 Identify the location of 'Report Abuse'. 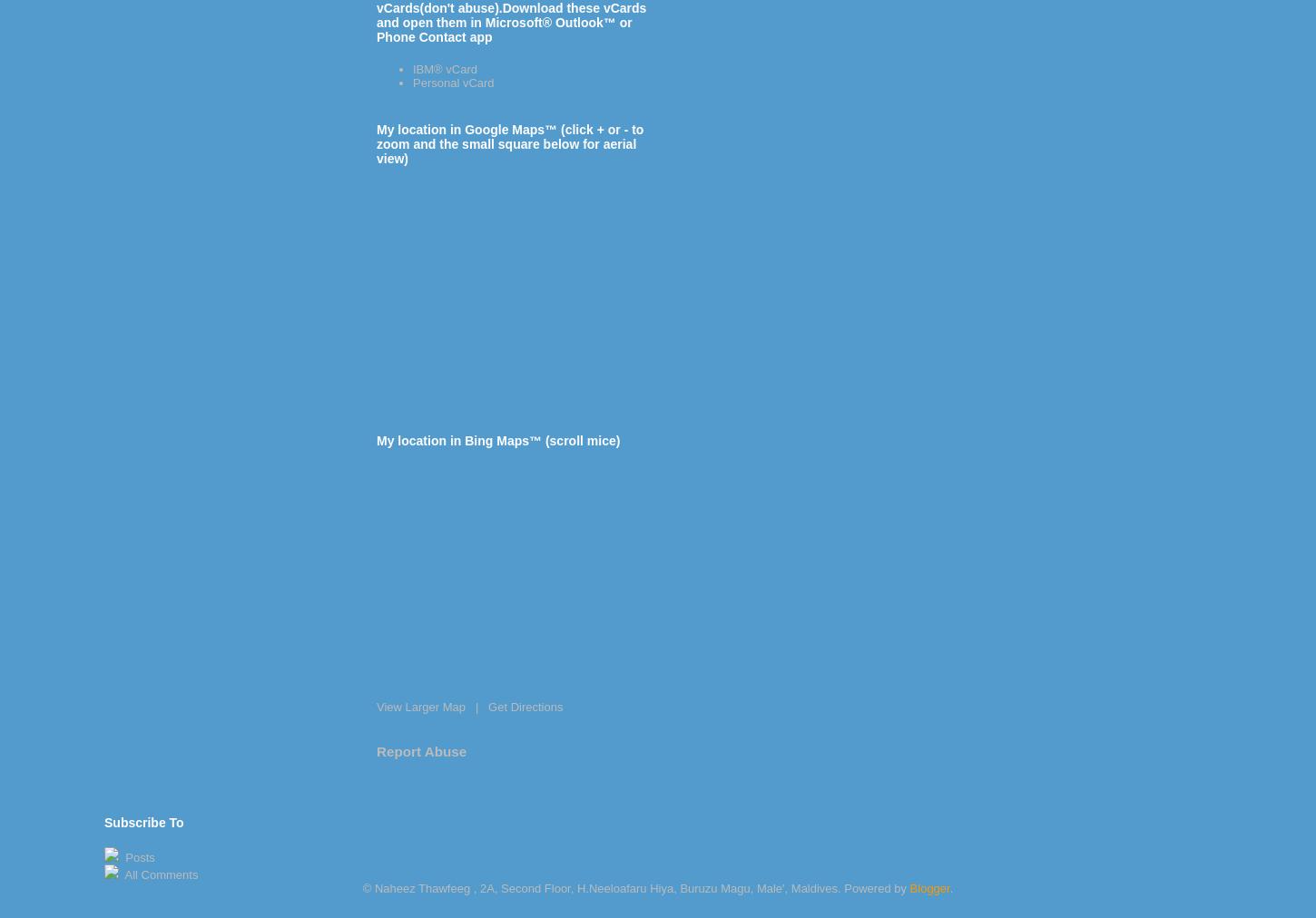
(420, 750).